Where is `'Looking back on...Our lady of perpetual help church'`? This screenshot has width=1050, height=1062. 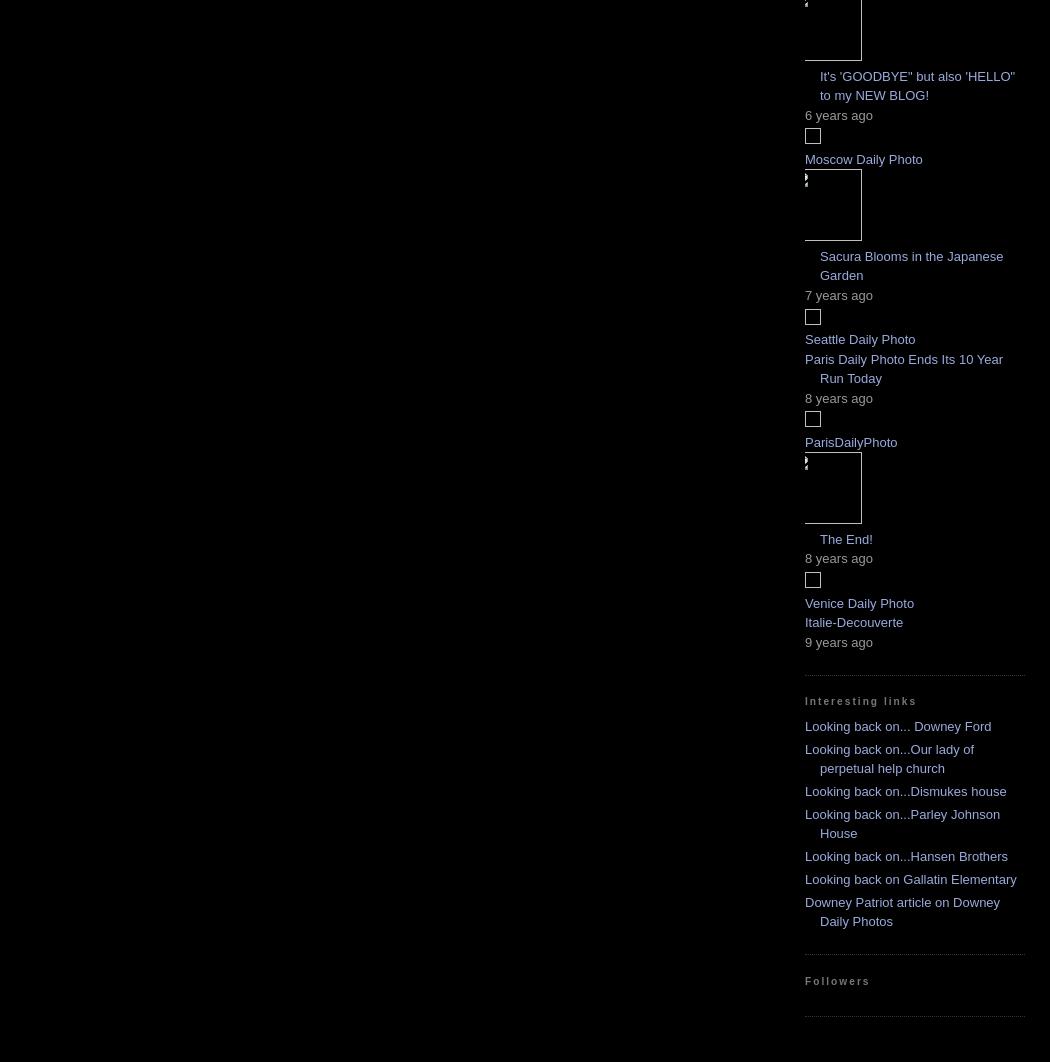
'Looking back on...Our lady of perpetual help church' is located at coordinates (888, 758).